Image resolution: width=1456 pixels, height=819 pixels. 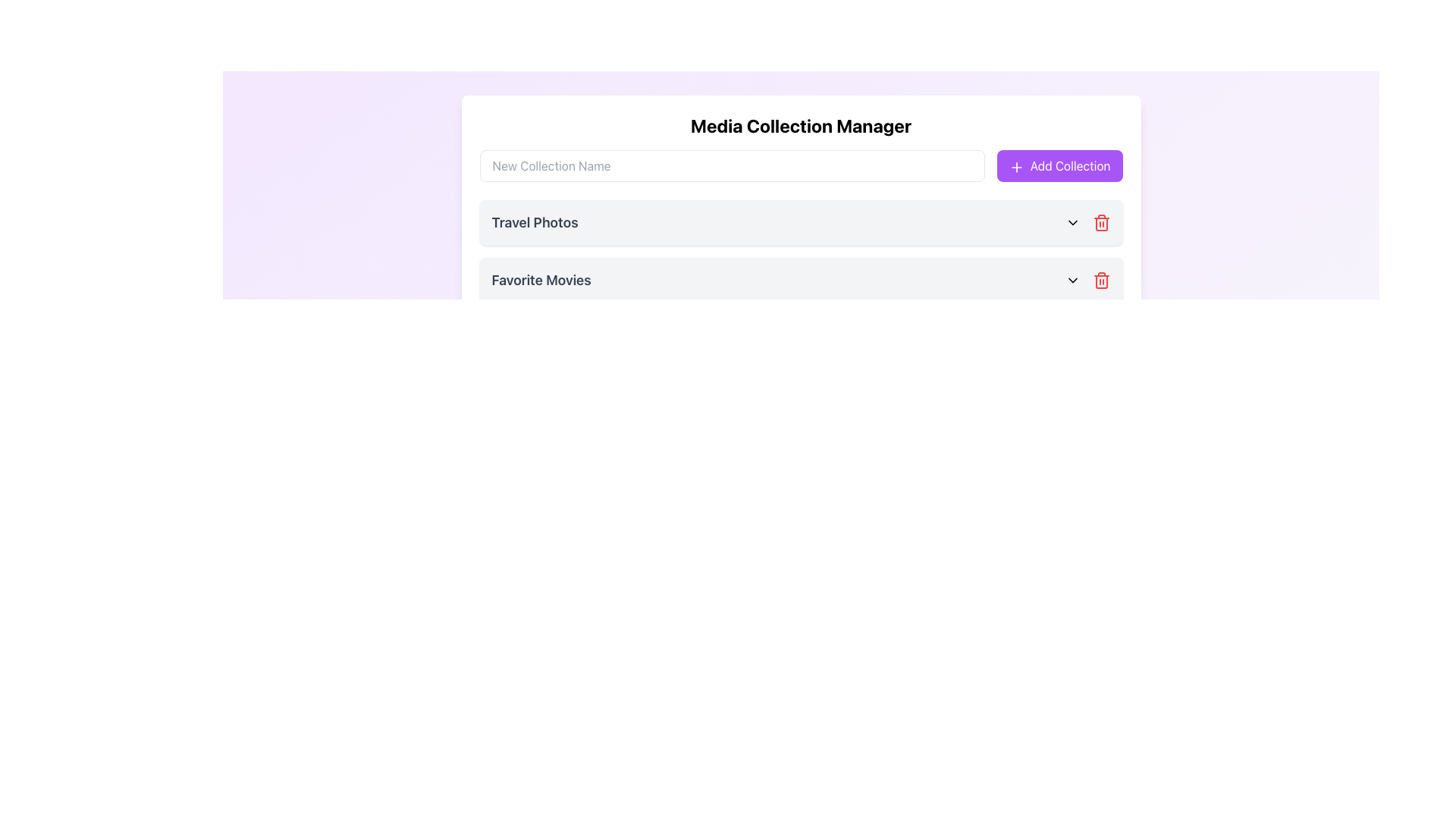 I want to click on the chevron icon shaped as a downward-pointing arrow located beside the 'Favorite Movies' list item, so click(x=1072, y=281).